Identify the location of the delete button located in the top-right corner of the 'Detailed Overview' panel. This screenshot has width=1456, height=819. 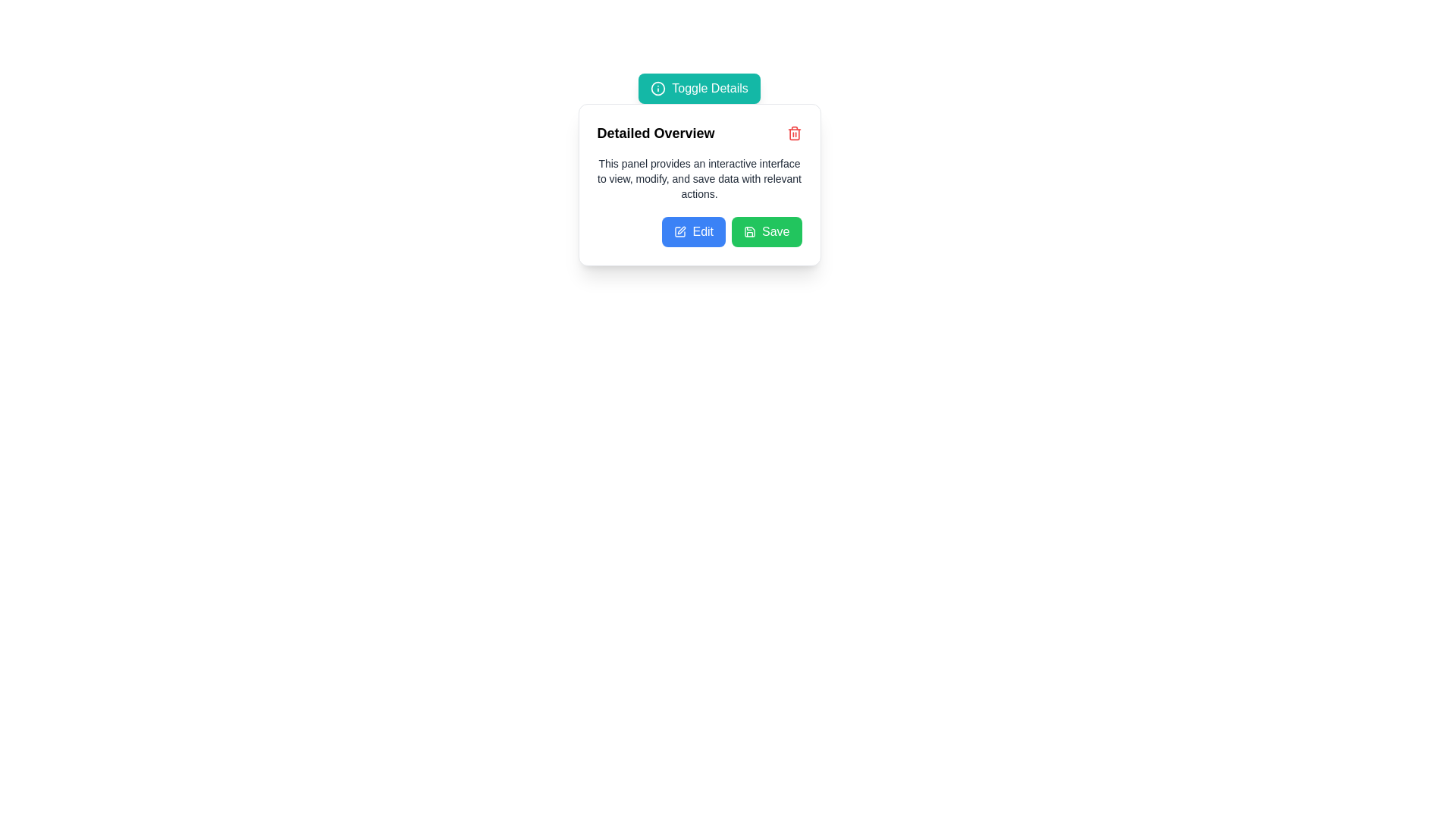
(793, 133).